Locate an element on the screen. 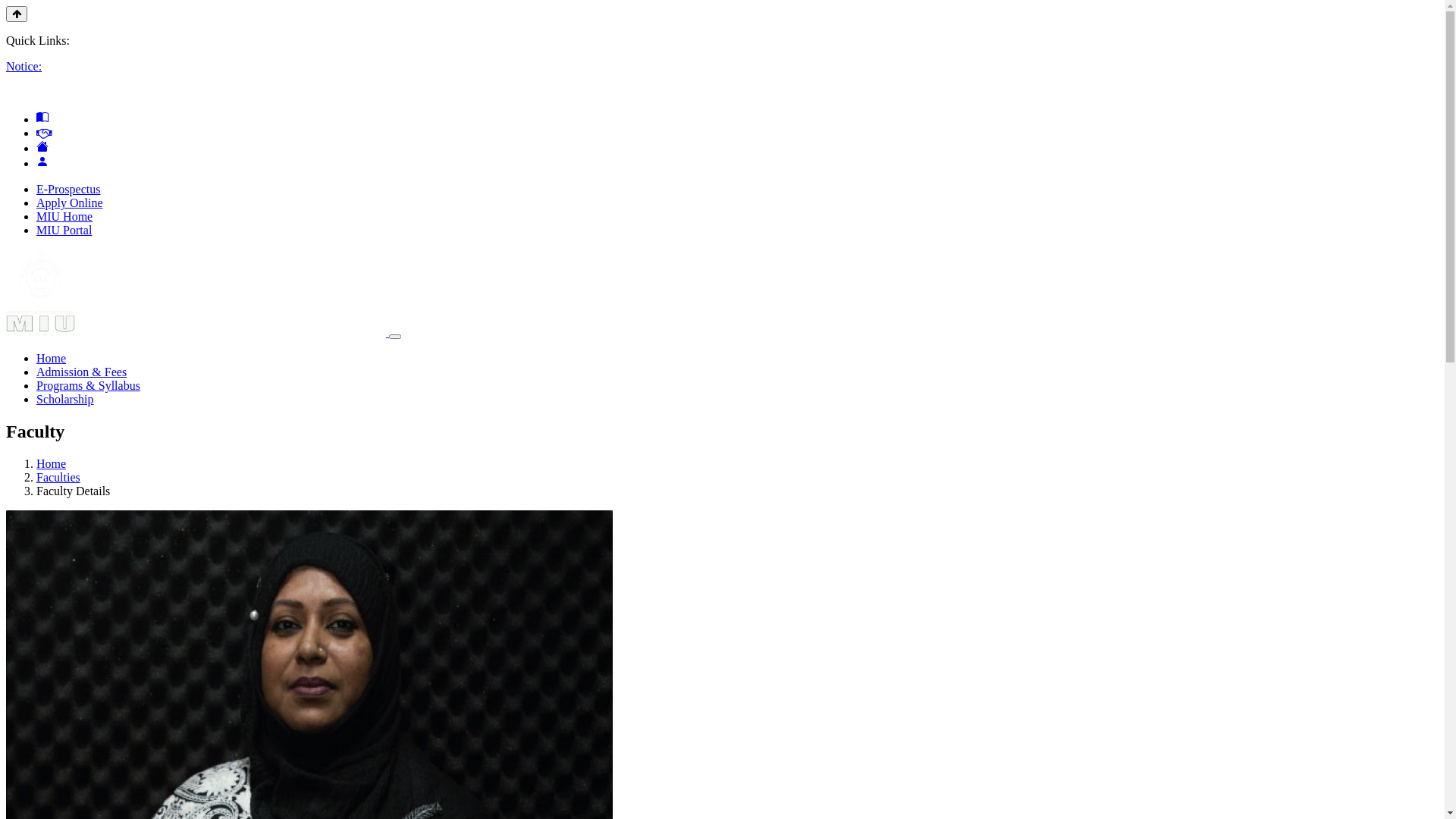  'Faculties' is located at coordinates (58, 476).